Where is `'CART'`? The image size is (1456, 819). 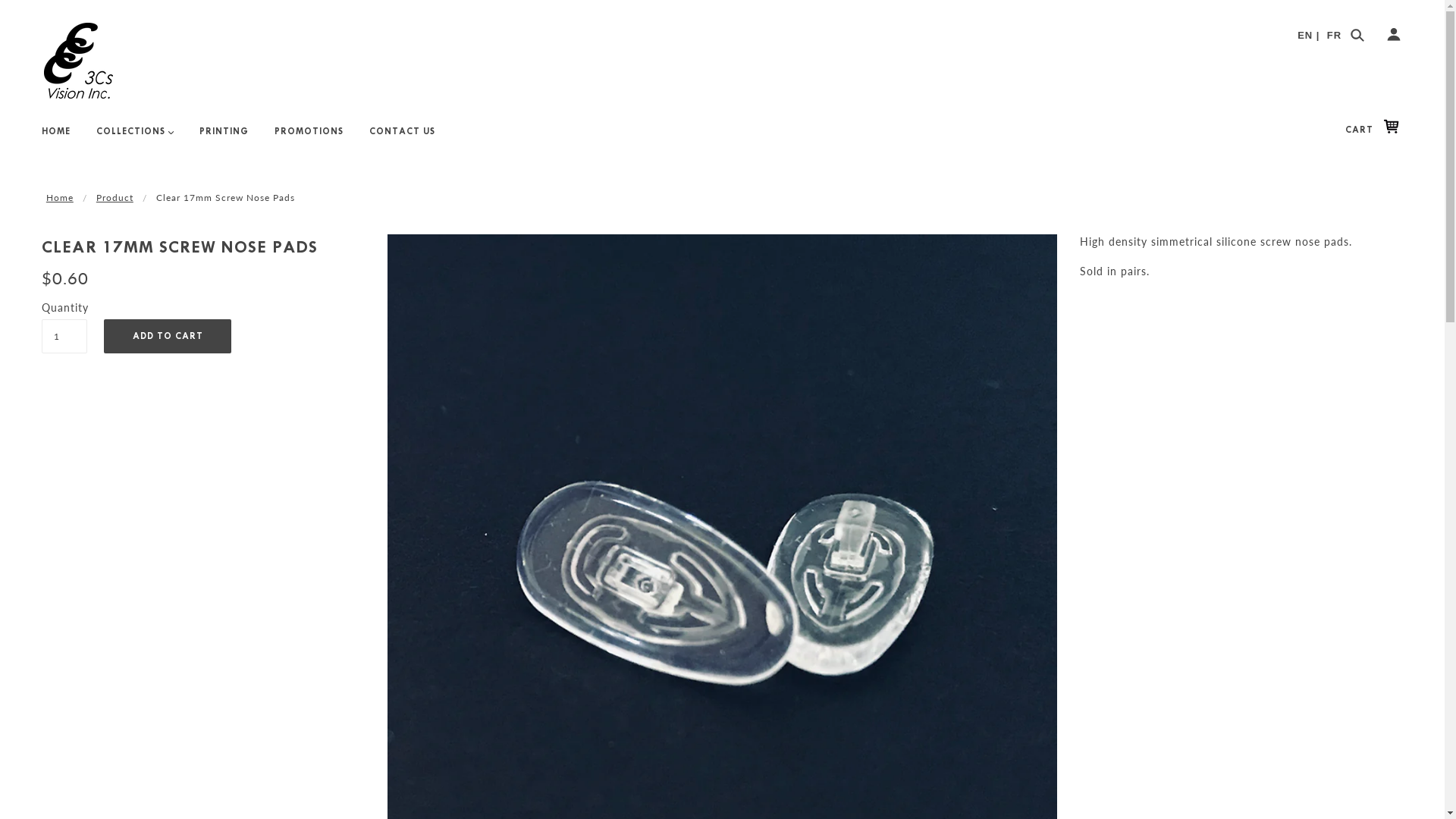
'CART' is located at coordinates (1375, 128).